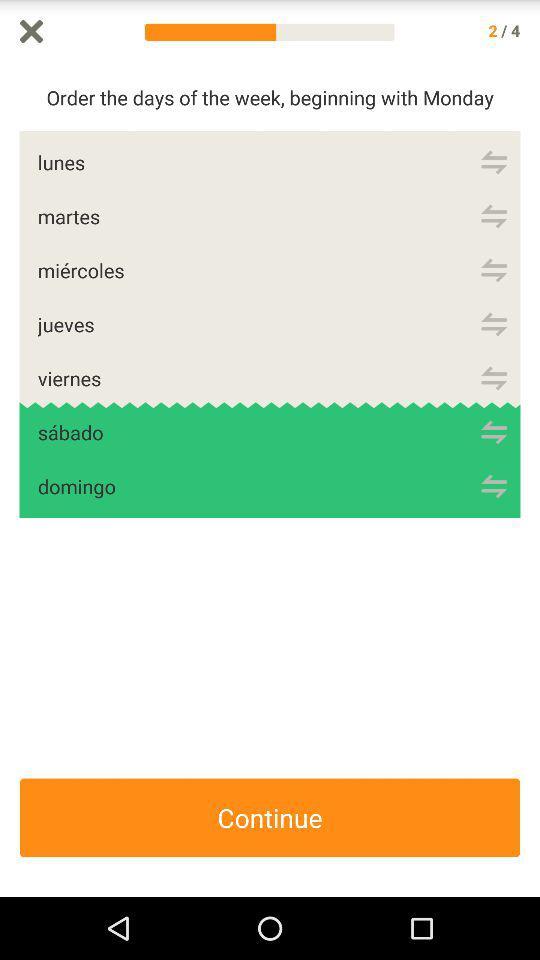 This screenshot has height=960, width=540. Describe the element at coordinates (492, 161) in the screenshot. I see `the icon which is right to lunes` at that location.